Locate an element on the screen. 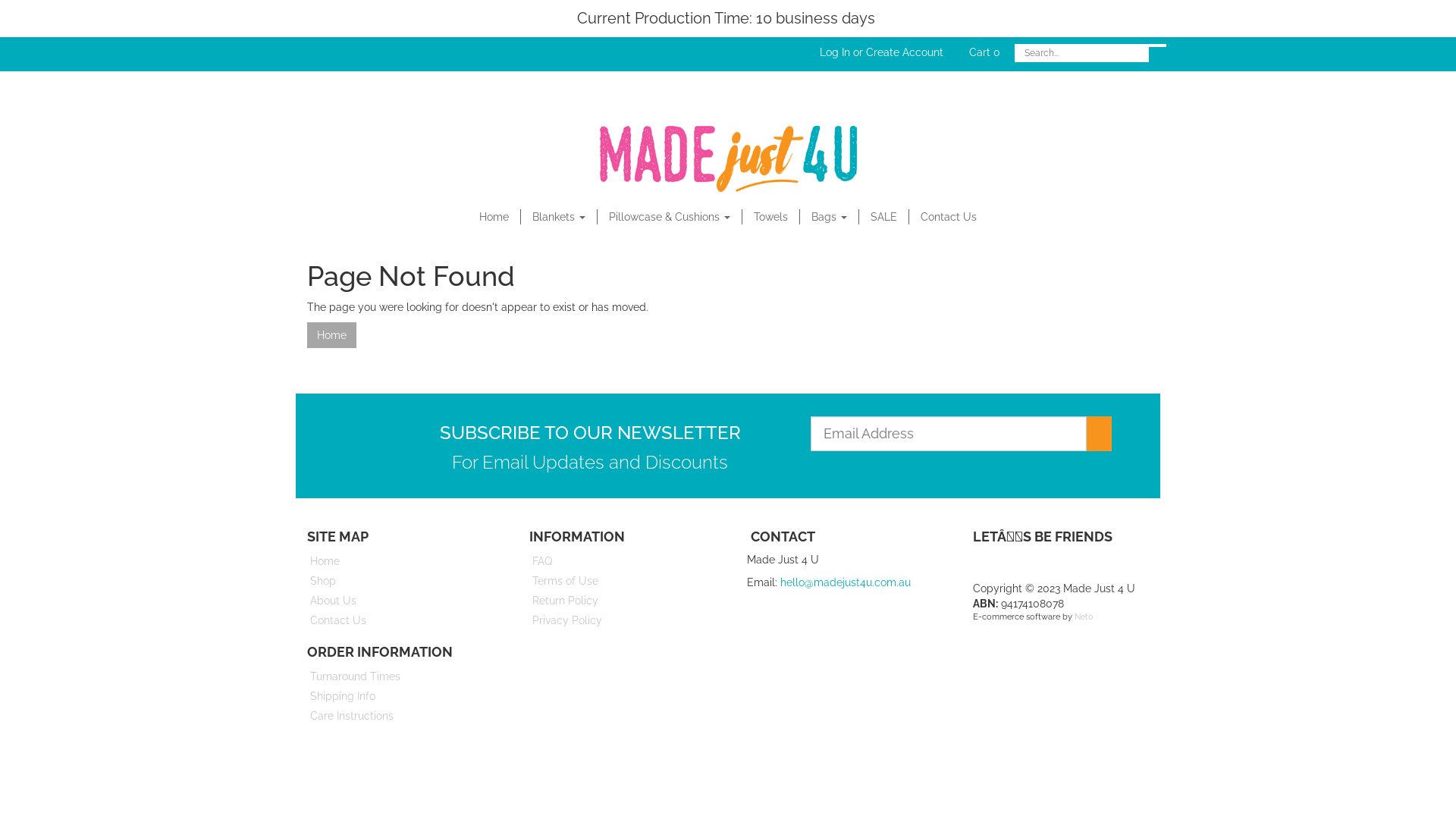 The height and width of the screenshot is (819, 1456). 'Terms of Use' is located at coordinates (622, 580).